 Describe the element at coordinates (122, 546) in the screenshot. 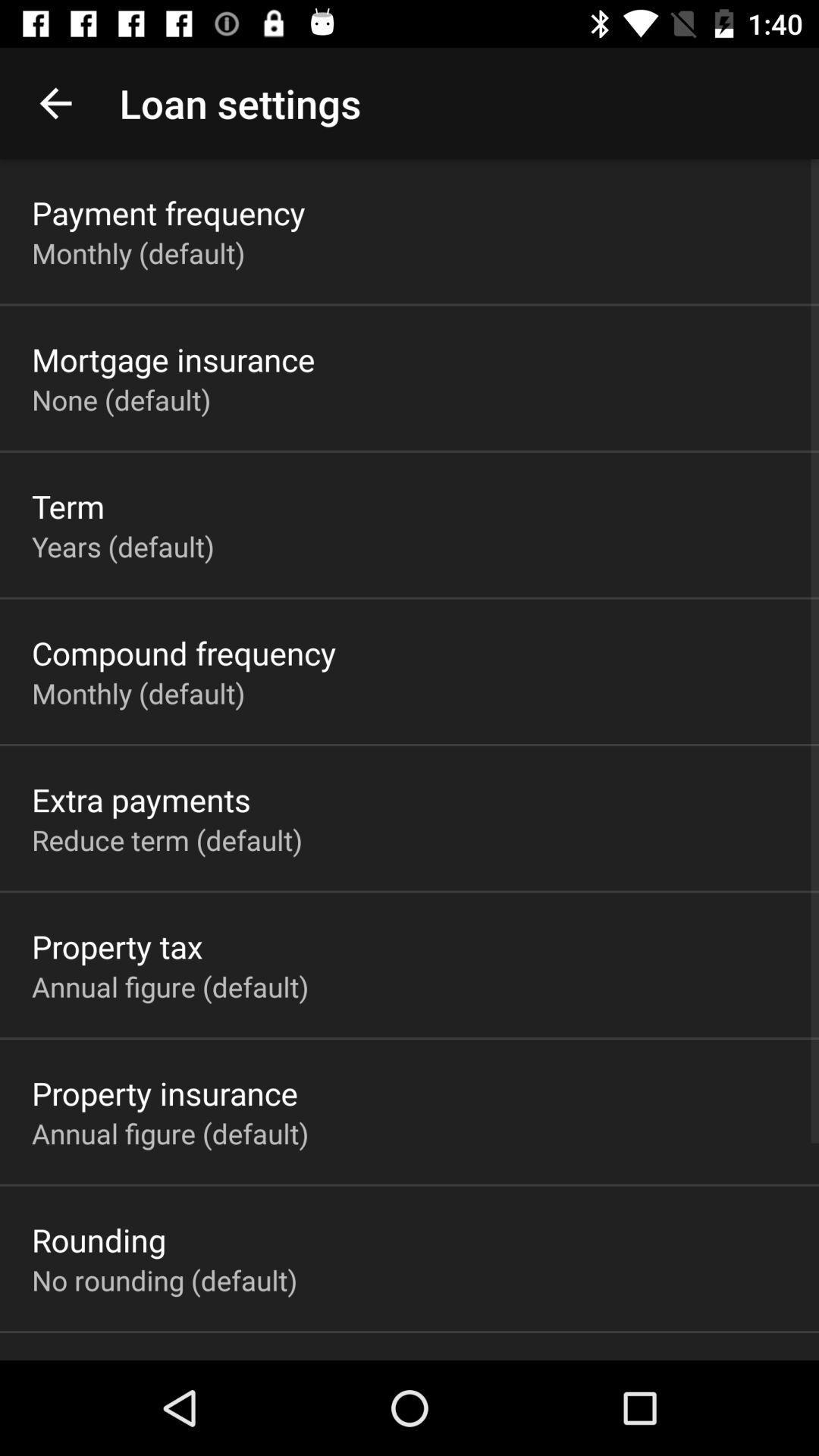

I see `the icon below term app` at that location.